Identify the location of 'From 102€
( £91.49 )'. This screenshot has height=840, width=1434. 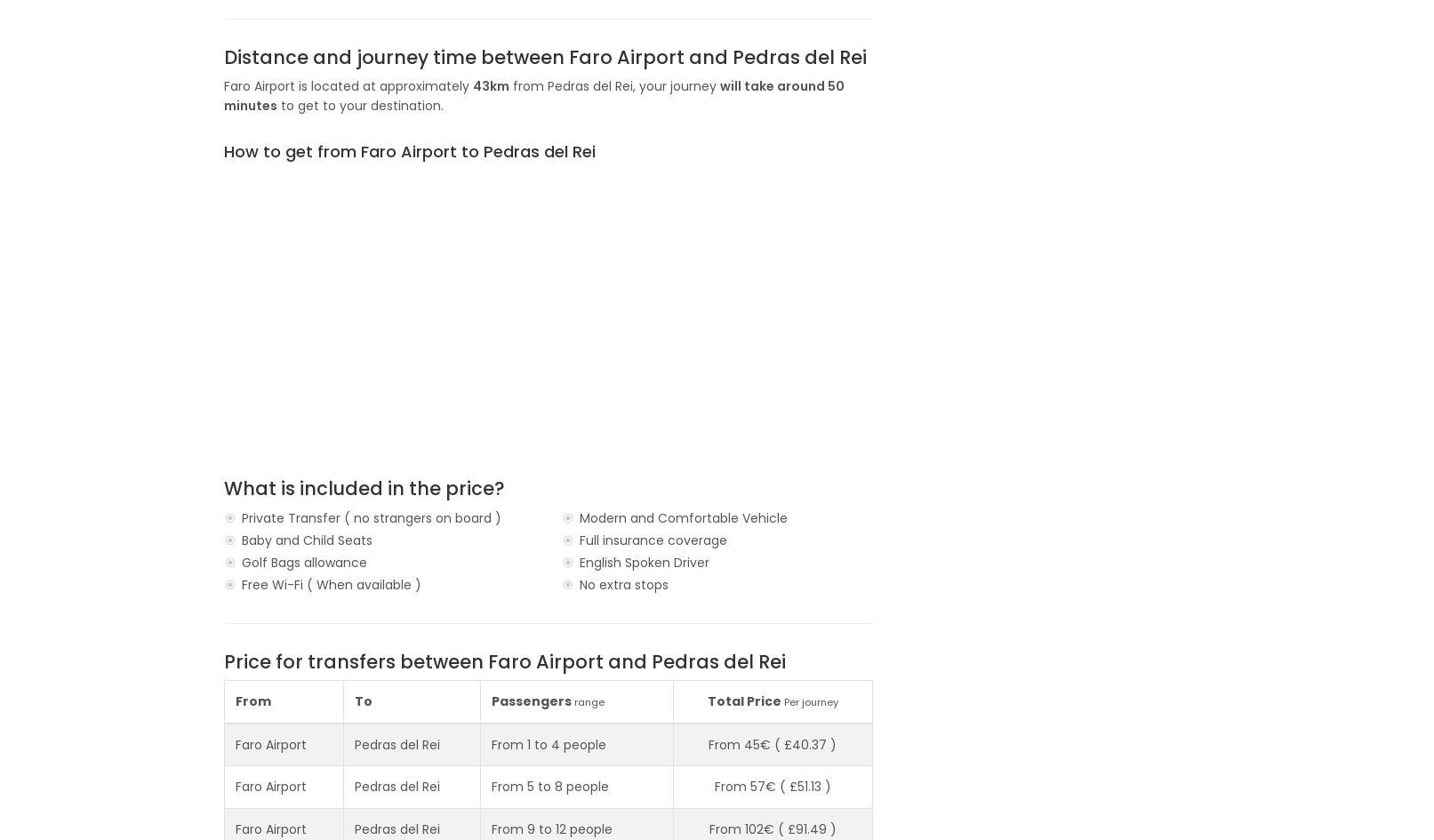
(708, 827).